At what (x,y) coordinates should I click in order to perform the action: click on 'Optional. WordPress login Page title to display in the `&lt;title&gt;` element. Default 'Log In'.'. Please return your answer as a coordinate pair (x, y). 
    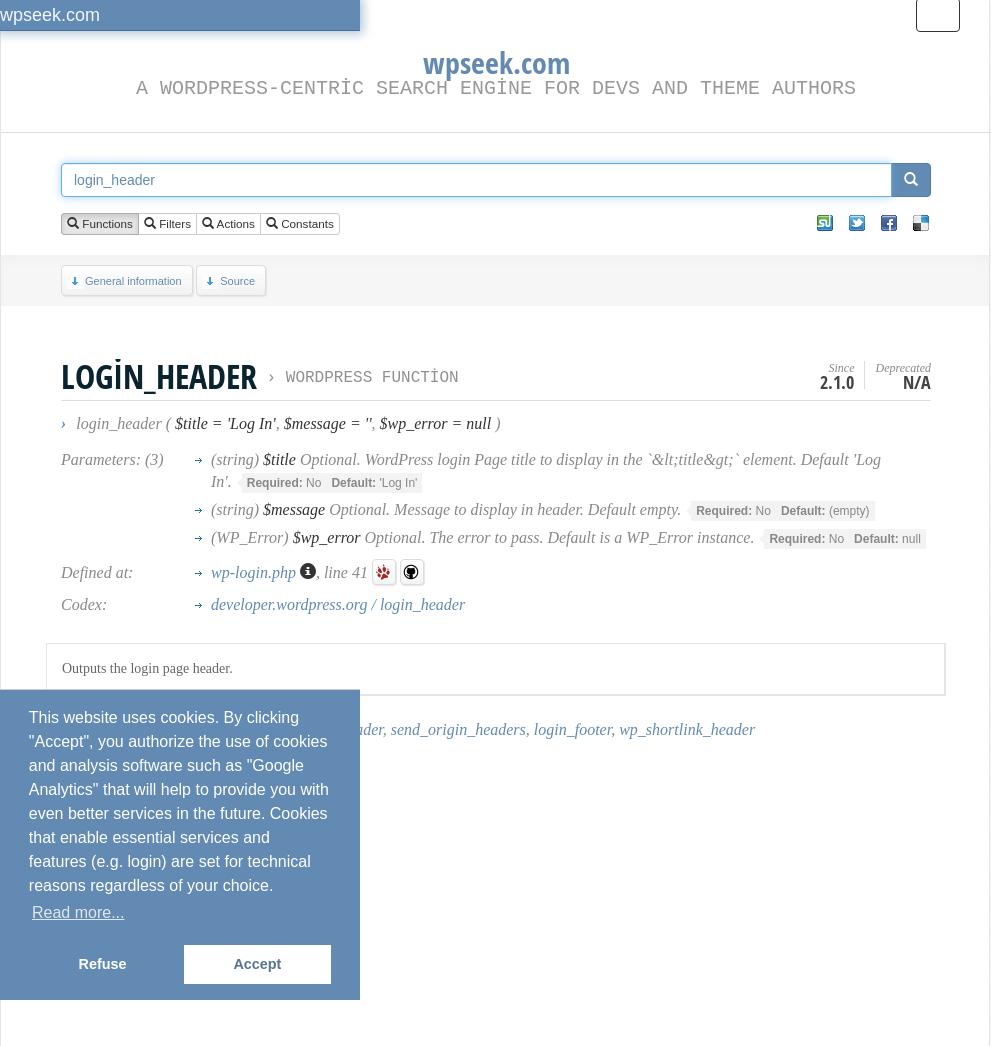
    Looking at the image, I should click on (209, 469).